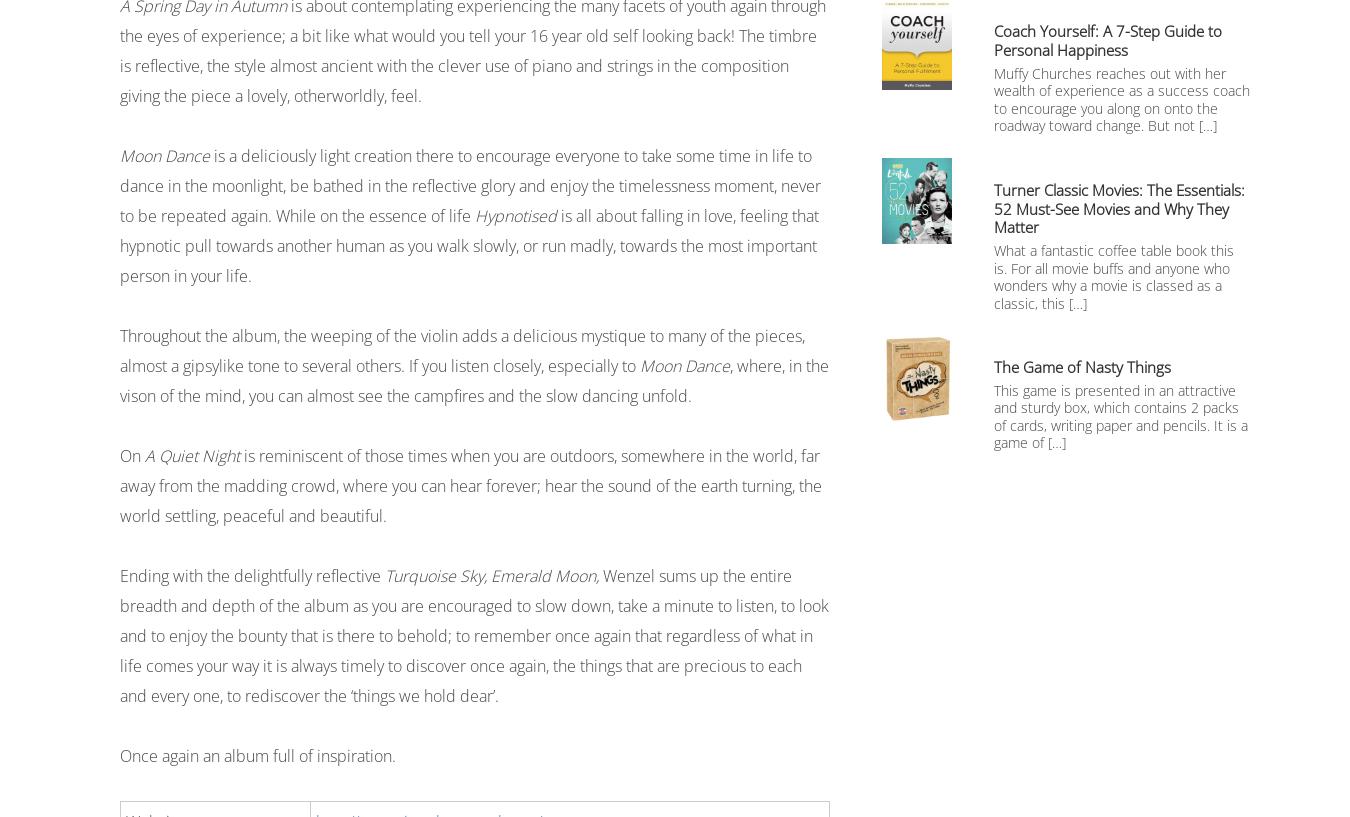 This screenshot has height=817, width=1350. Describe the element at coordinates (1121, 416) in the screenshot. I see `'This game is presented in an attractive and sturdy box, which contains 2 packs of cards, writing paper and pencils. It is a game of […]'` at that location.